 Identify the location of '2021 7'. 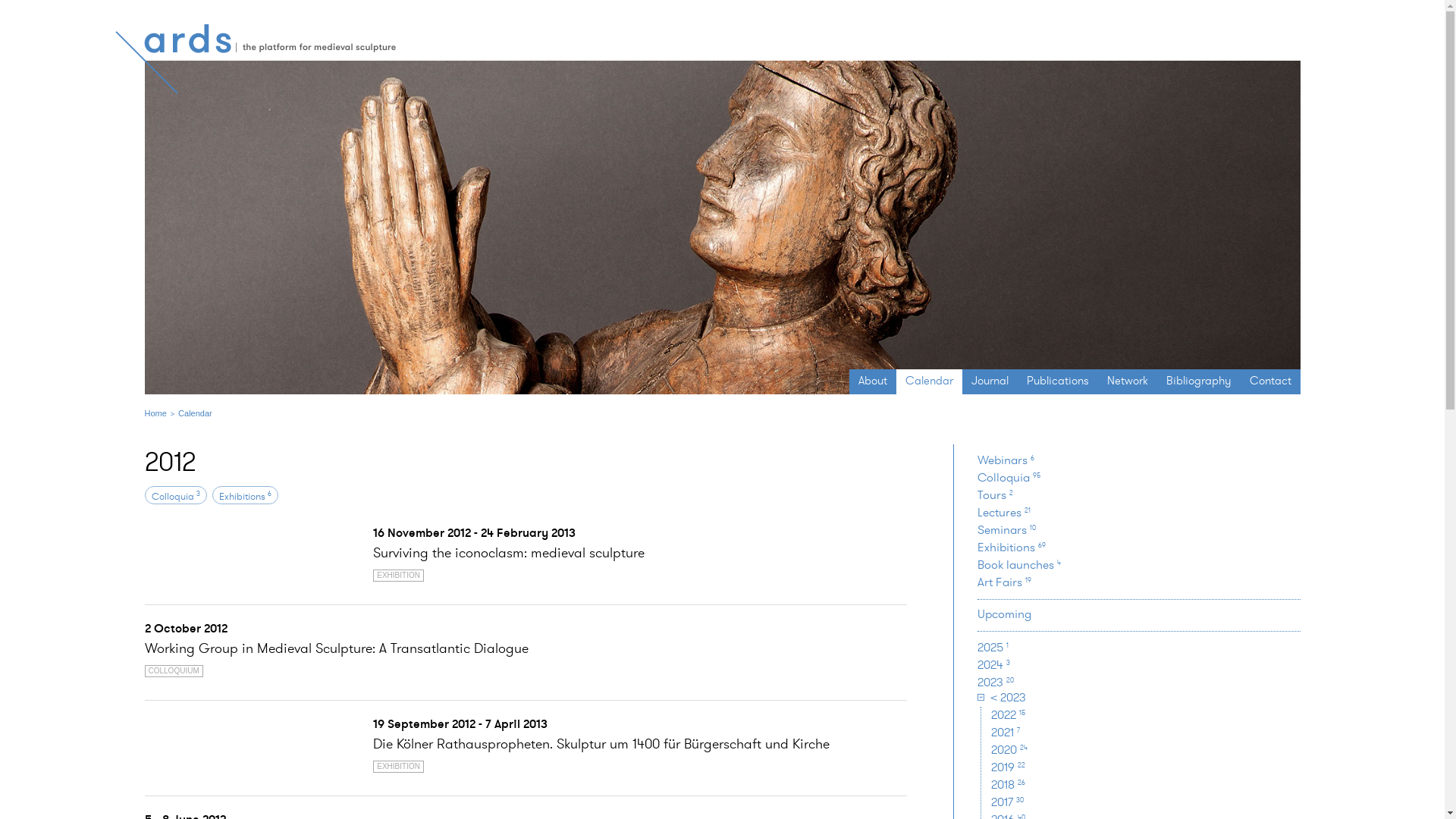
(1005, 731).